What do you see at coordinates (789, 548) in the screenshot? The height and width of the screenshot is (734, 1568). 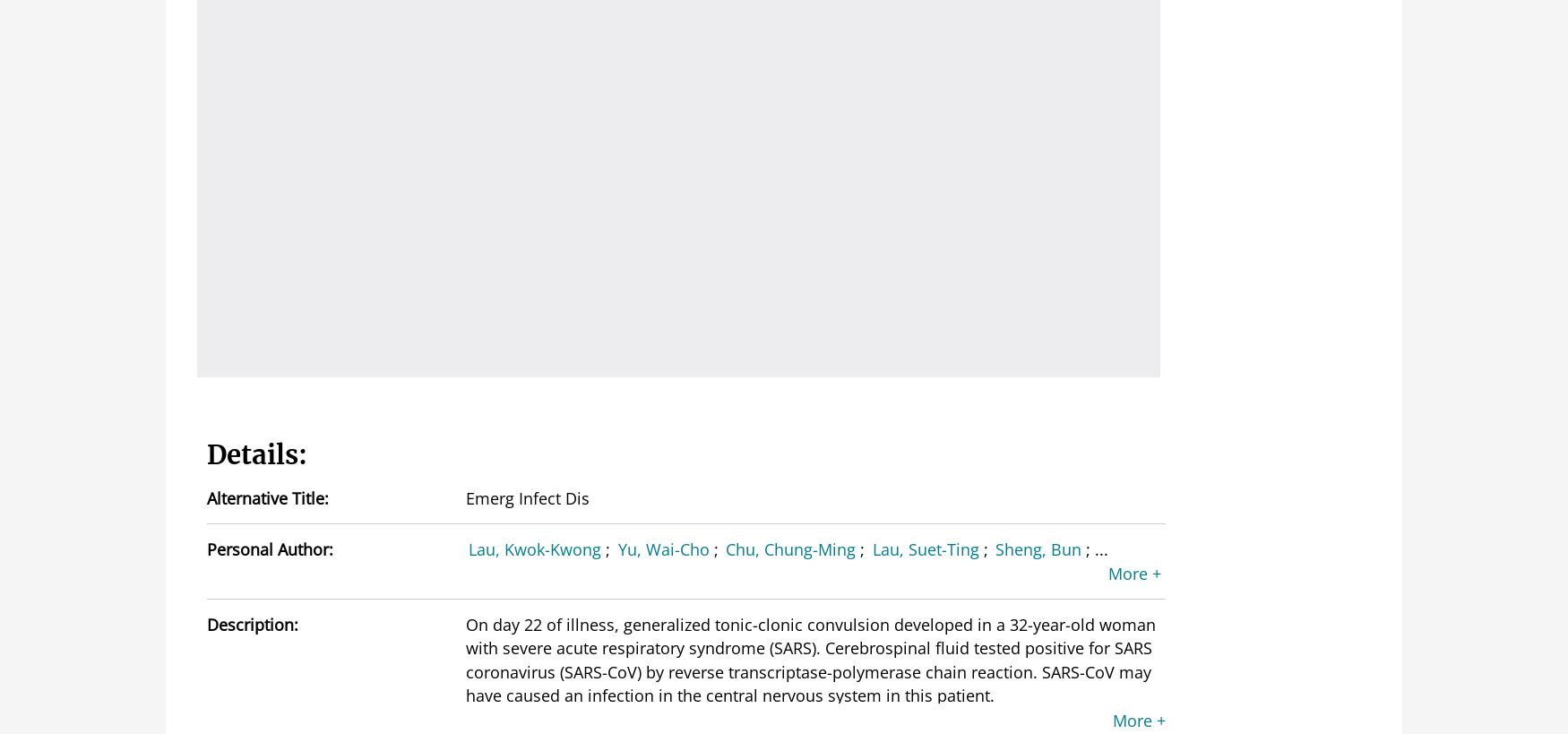 I see `'Chu, Chung-Ming'` at bounding box center [789, 548].